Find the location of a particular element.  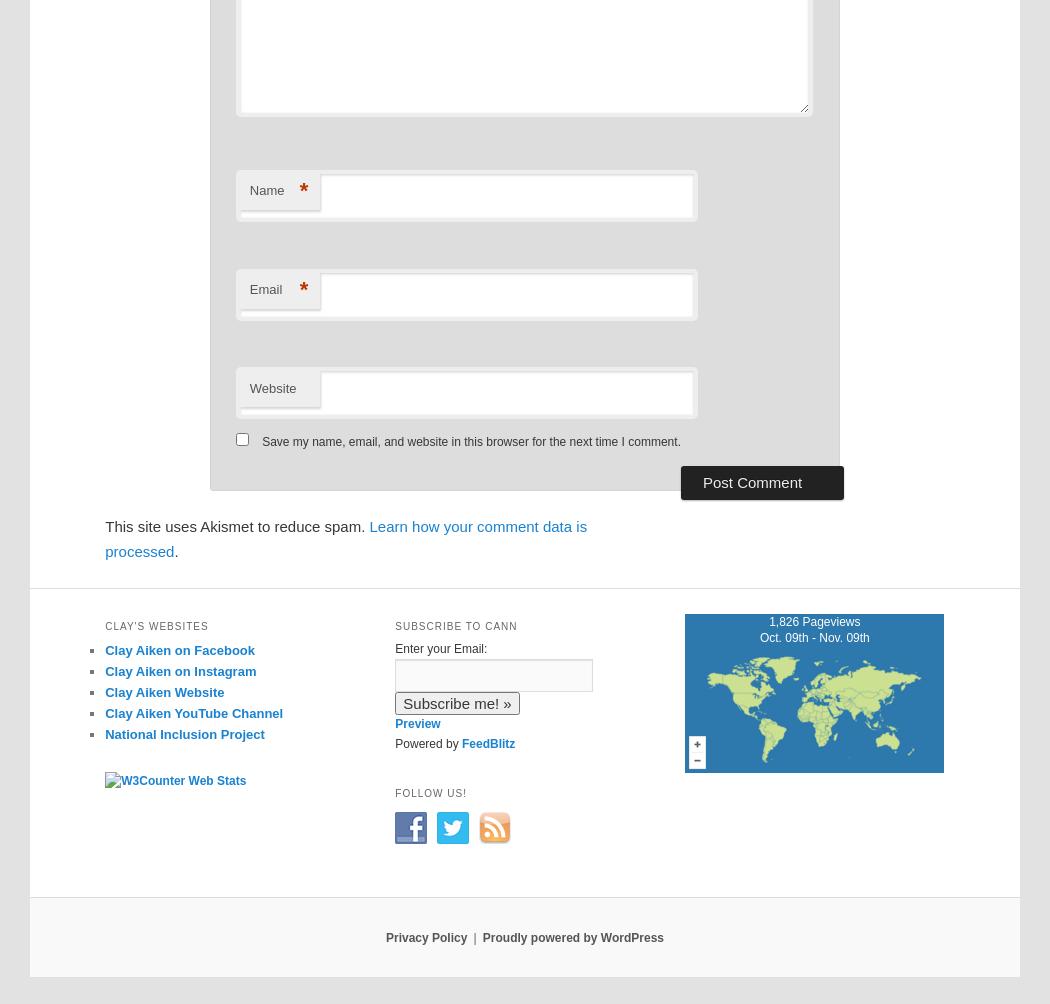

'Oct. 09th - Nov. 09th' is located at coordinates (812, 636).